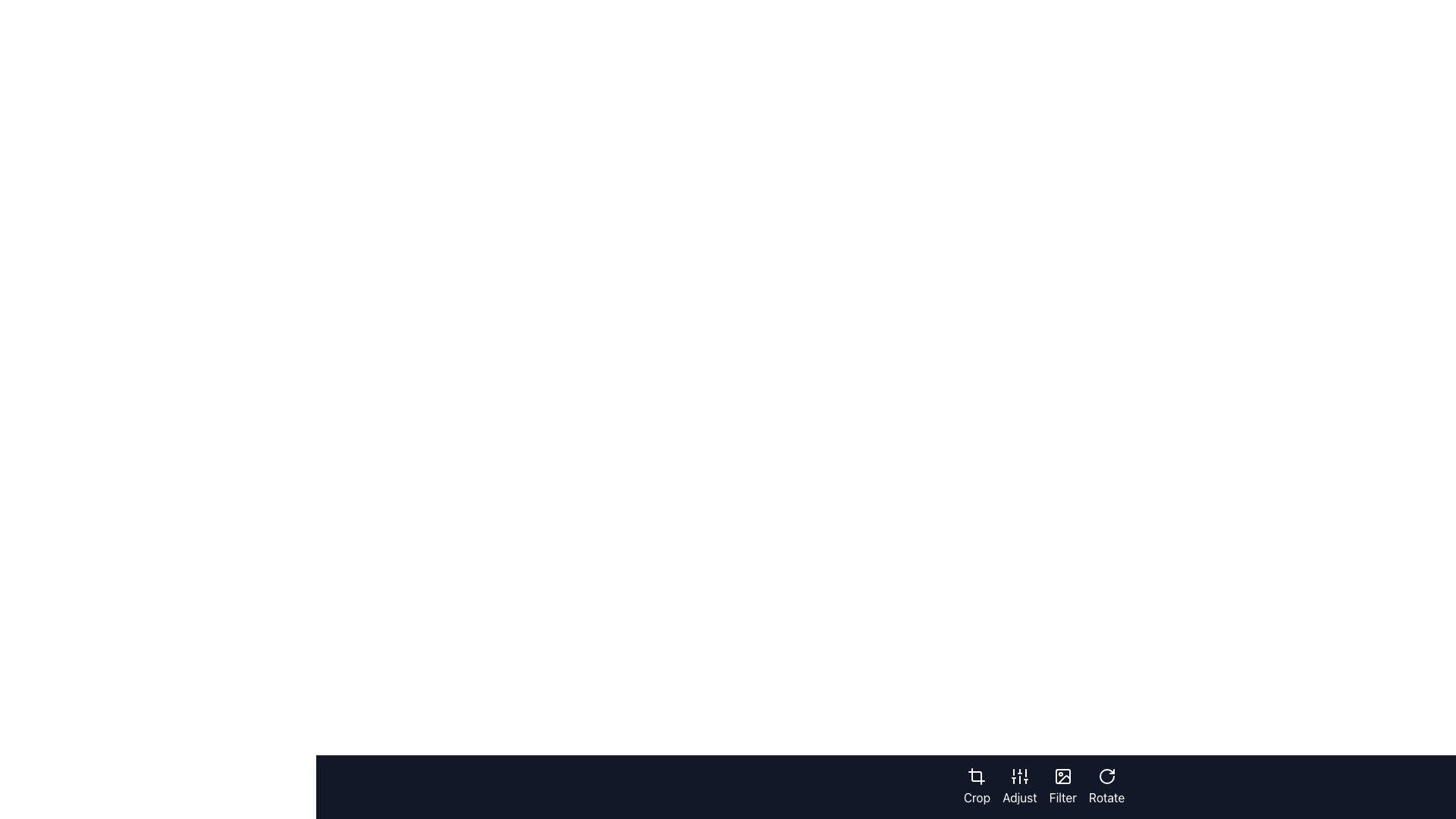  I want to click on the 'Crop' button, which features a cropping icon and a white text label on a dark background, located at the bottom center of the interface, so click(977, 786).